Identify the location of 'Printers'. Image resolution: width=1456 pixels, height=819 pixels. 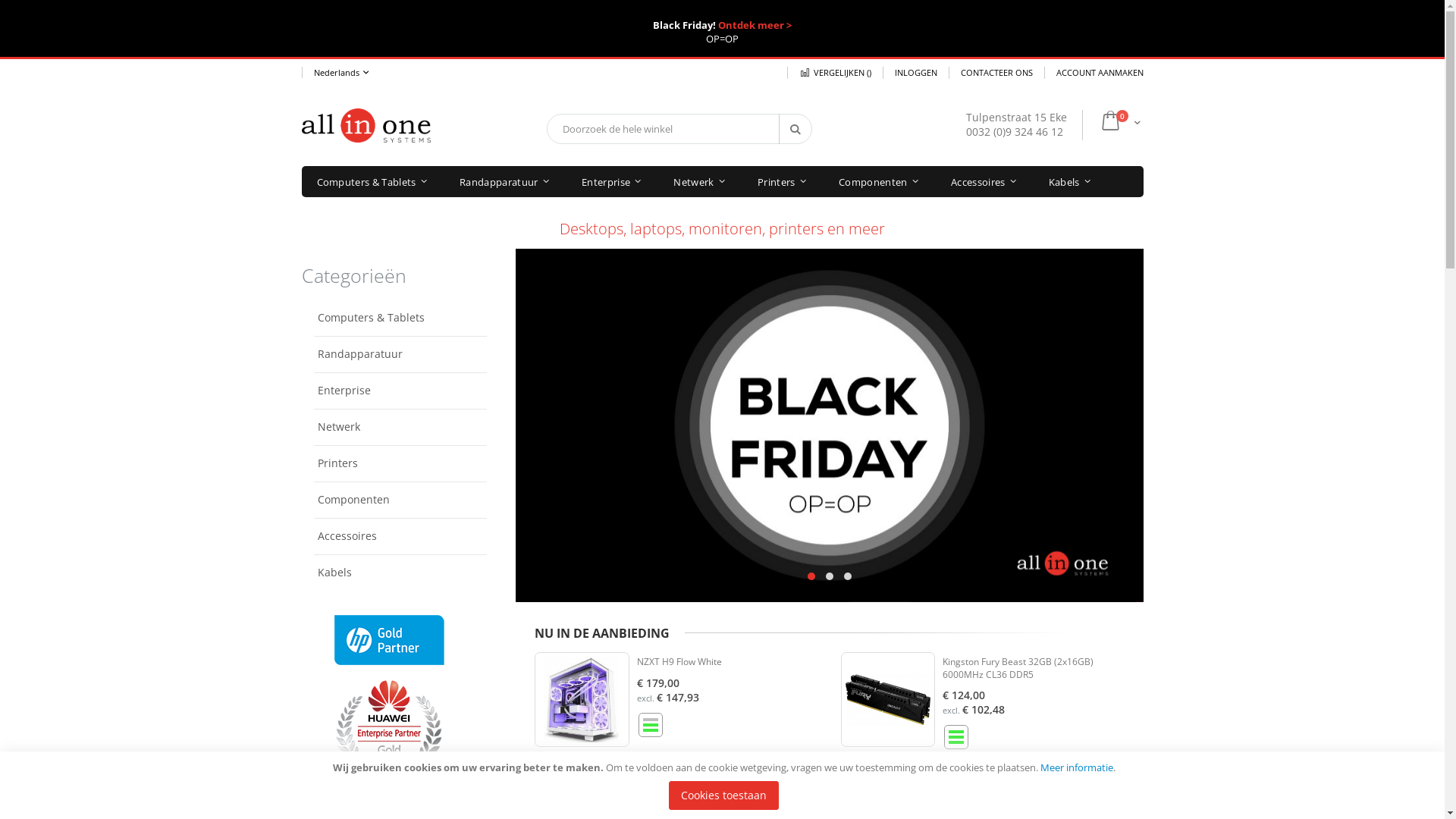
(782, 180).